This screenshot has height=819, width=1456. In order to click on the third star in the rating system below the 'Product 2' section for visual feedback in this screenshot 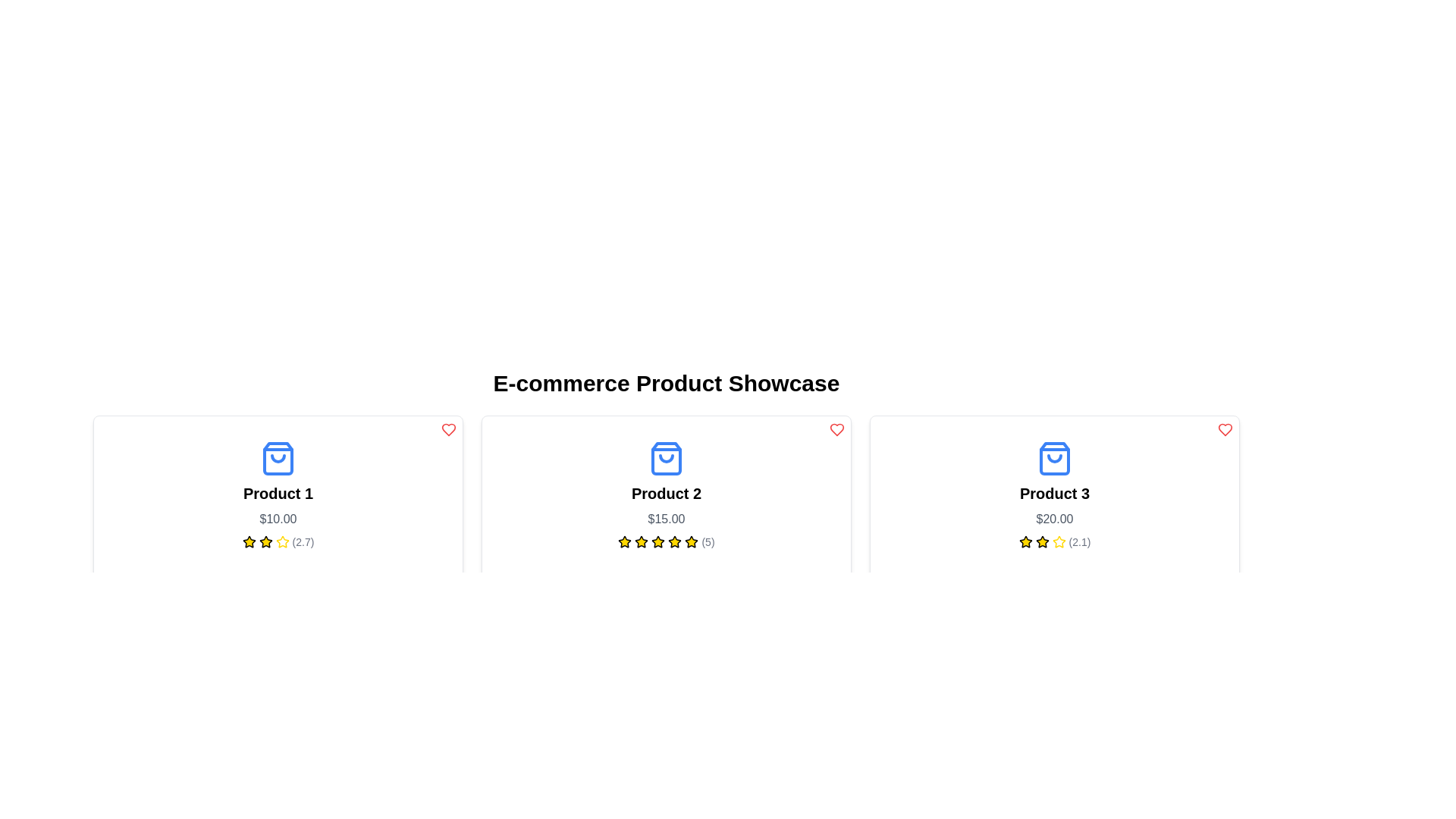, I will do `click(642, 541)`.